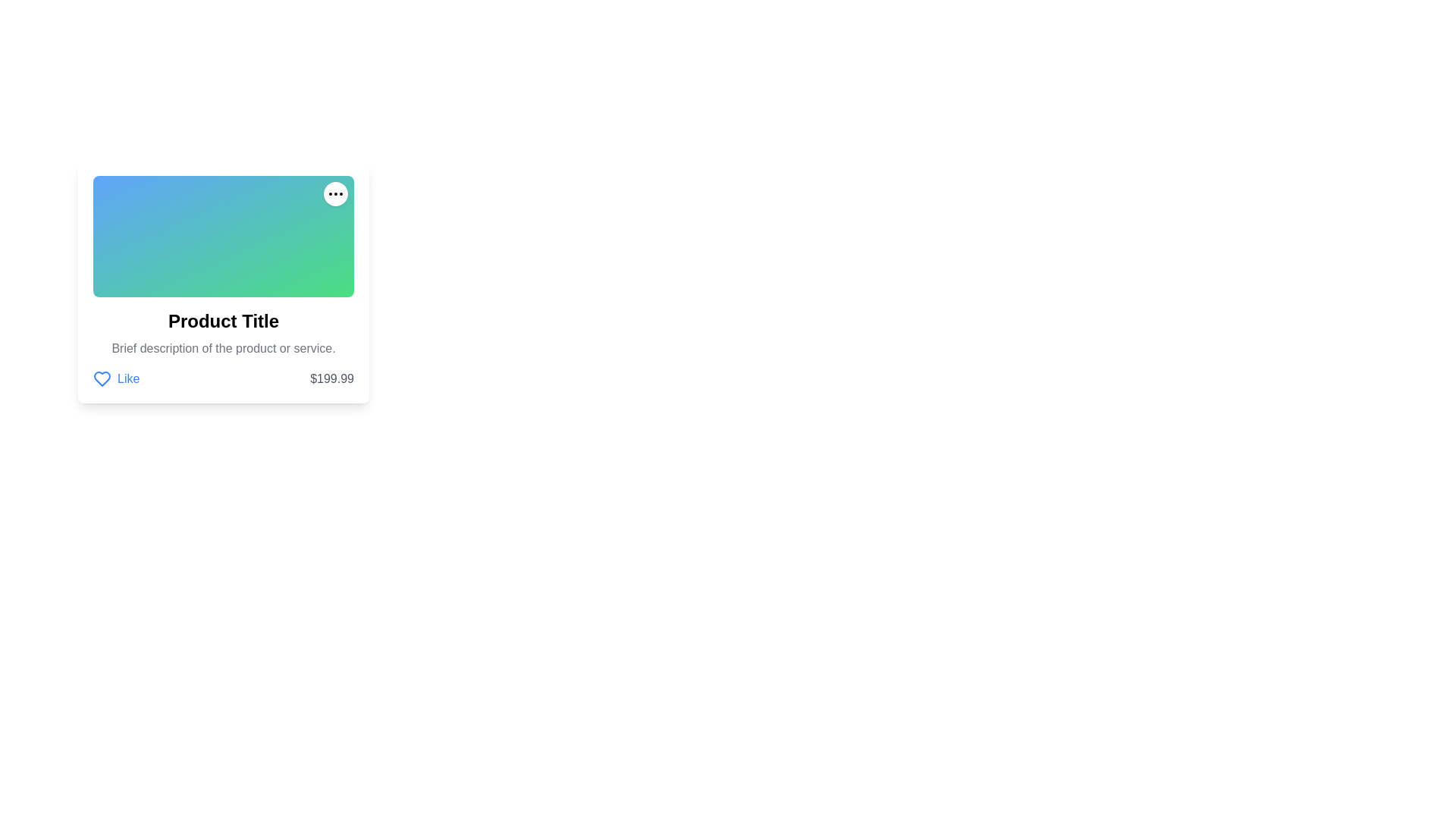 This screenshot has width=1456, height=819. Describe the element at coordinates (334, 193) in the screenshot. I see `the circular button with a three-dot icon located at the top-right corner of the card` at that location.